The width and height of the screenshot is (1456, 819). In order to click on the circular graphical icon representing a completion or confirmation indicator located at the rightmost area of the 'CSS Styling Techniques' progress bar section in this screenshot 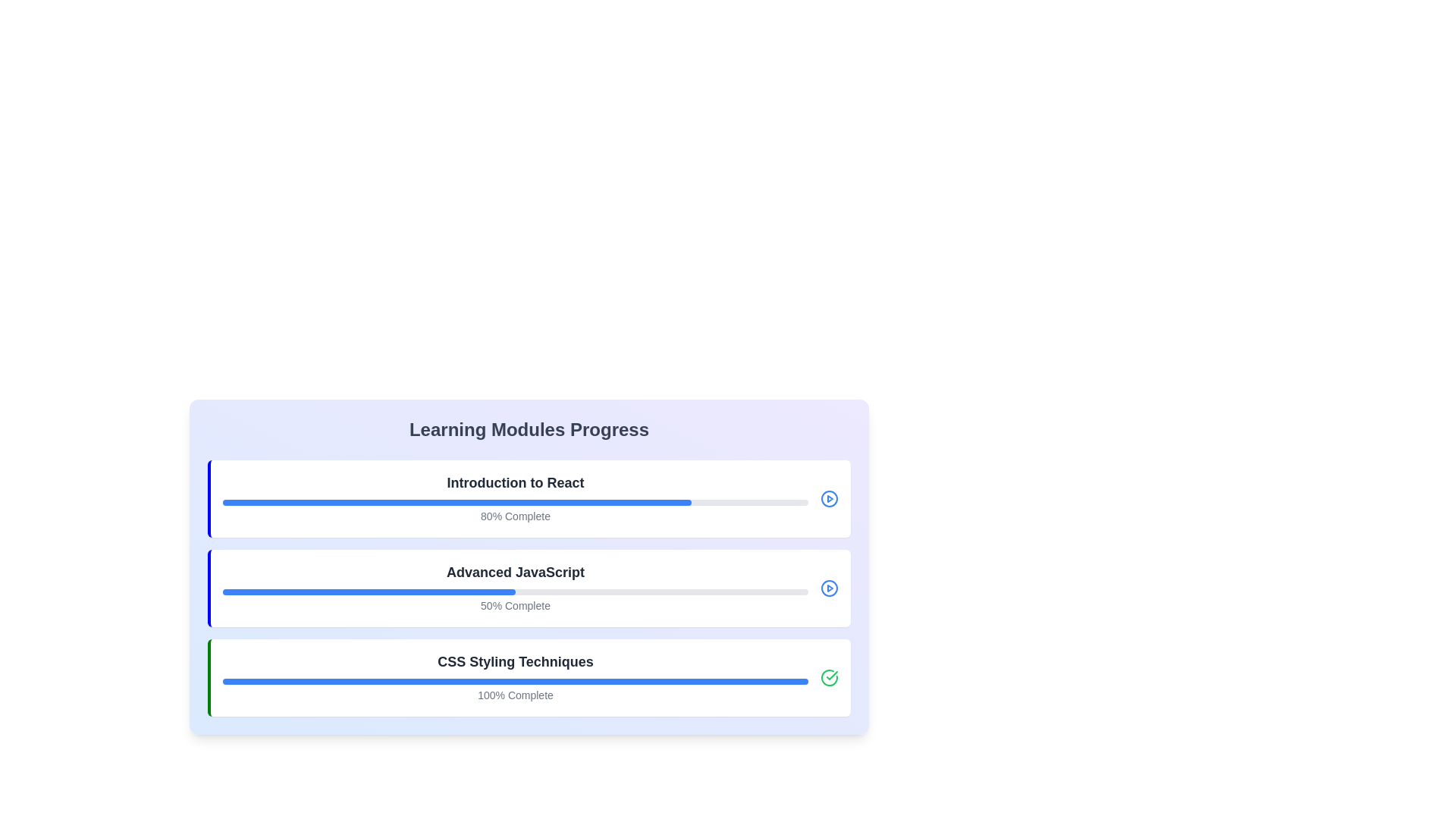, I will do `click(829, 677)`.